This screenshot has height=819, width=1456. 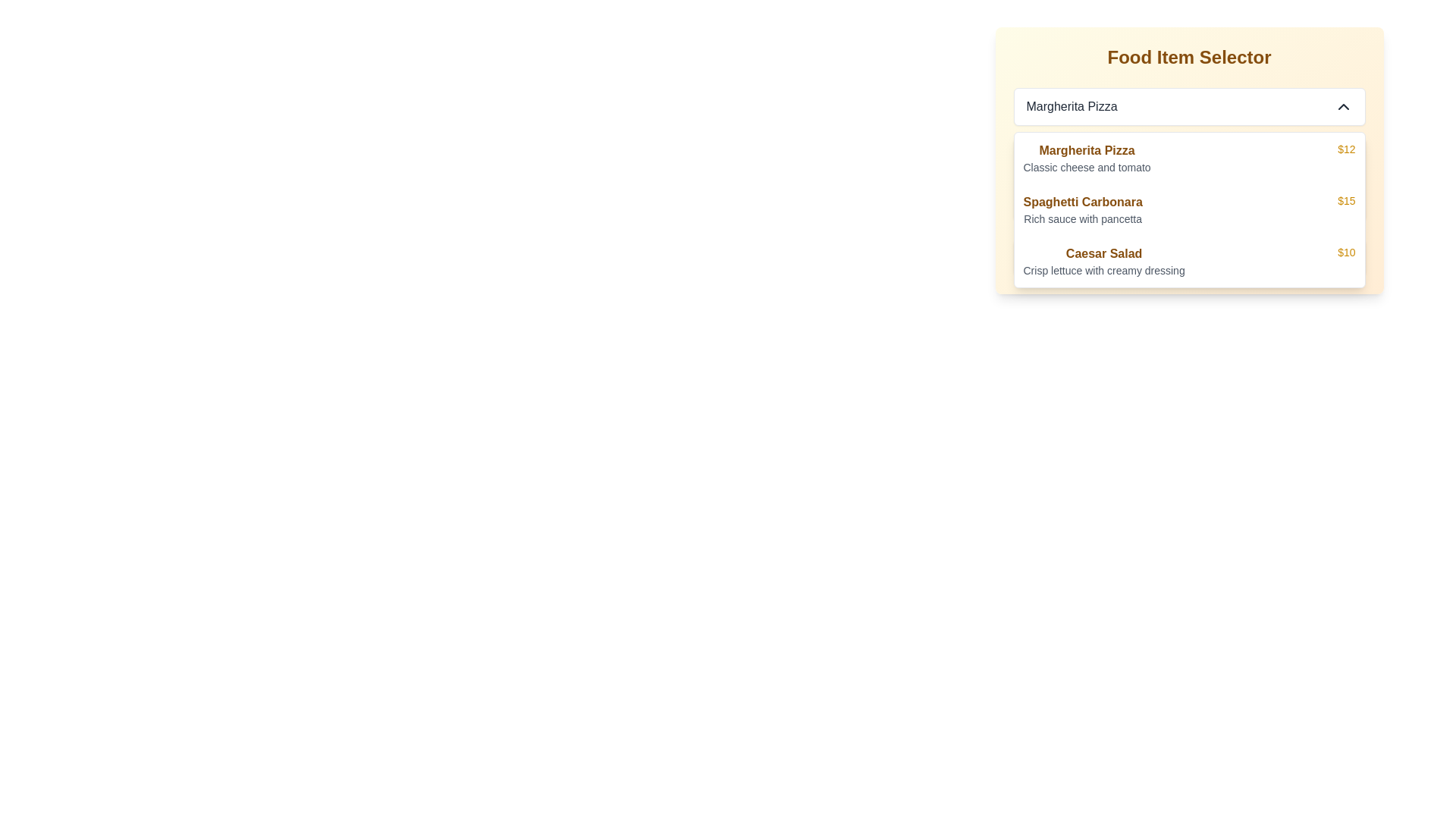 I want to click on the text label displaying 'Margherita Pizza' which is located near the top left side of the food items list, so click(x=1071, y=106).